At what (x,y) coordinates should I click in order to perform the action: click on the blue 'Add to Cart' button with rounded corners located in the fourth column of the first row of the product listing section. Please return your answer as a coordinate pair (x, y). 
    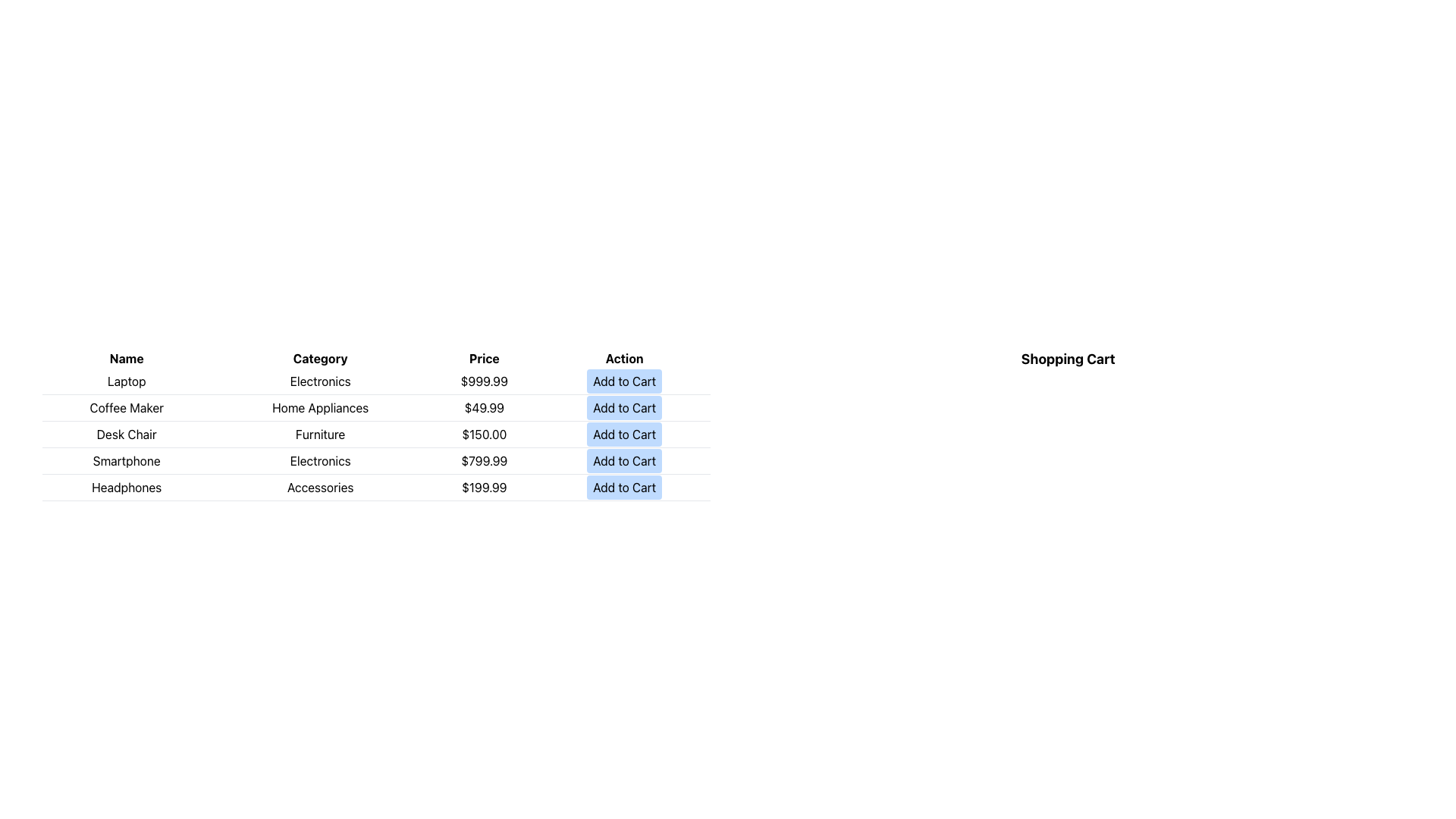
    Looking at the image, I should click on (624, 381).